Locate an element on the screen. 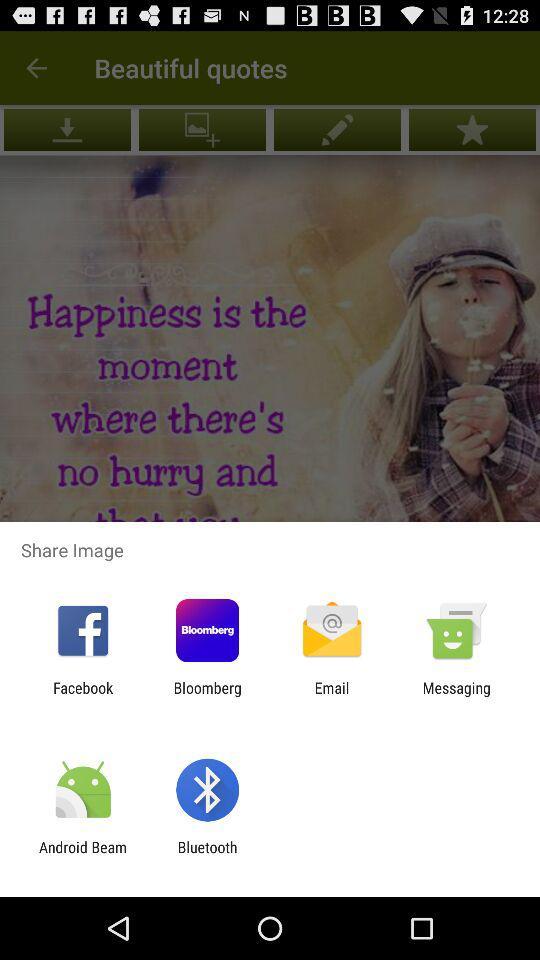 This screenshot has width=540, height=960. the messaging app is located at coordinates (456, 696).